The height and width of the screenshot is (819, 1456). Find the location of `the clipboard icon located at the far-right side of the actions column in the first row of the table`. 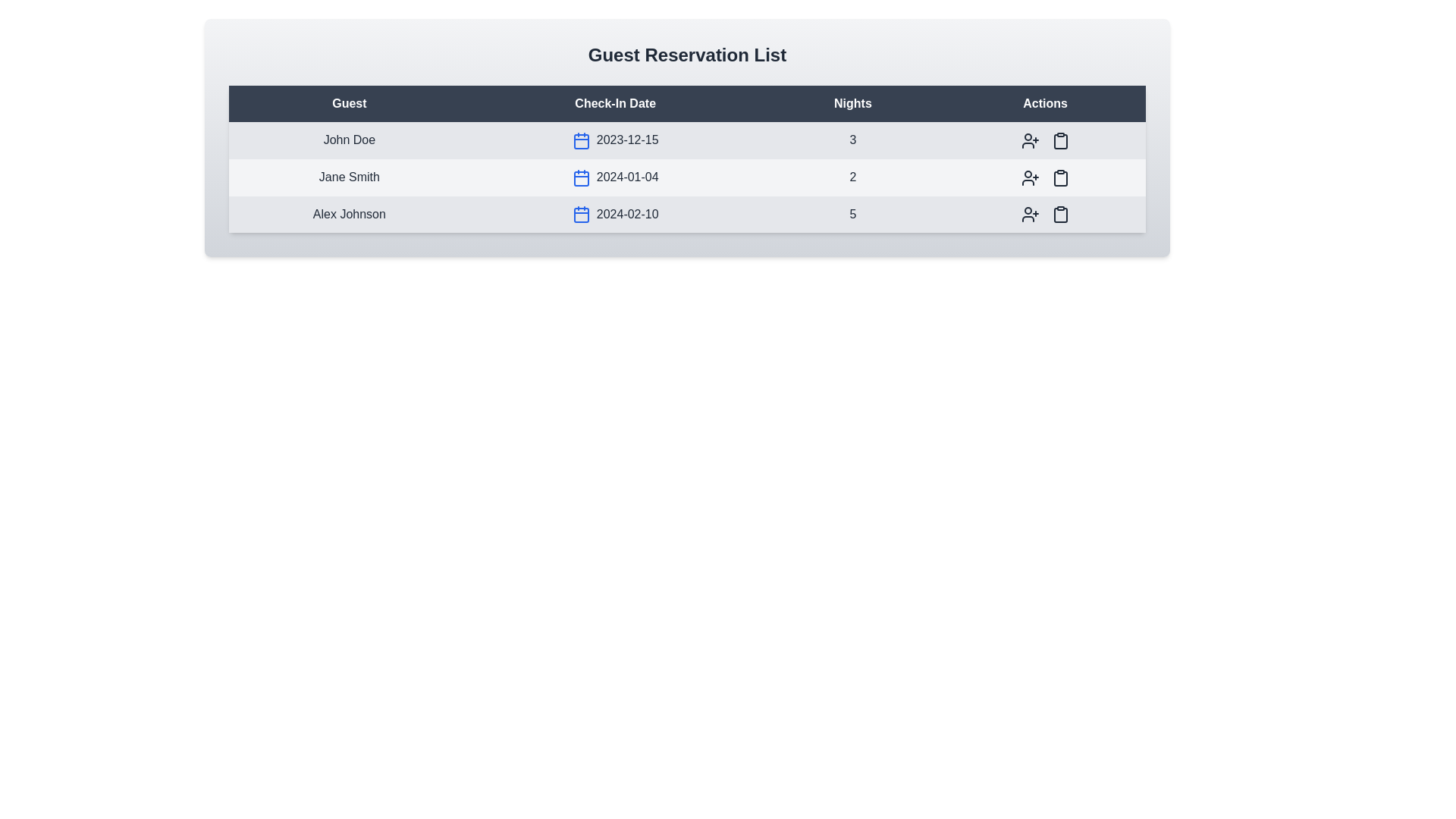

the clipboard icon located at the far-right side of the actions column in the first row of the table is located at coordinates (1059, 141).